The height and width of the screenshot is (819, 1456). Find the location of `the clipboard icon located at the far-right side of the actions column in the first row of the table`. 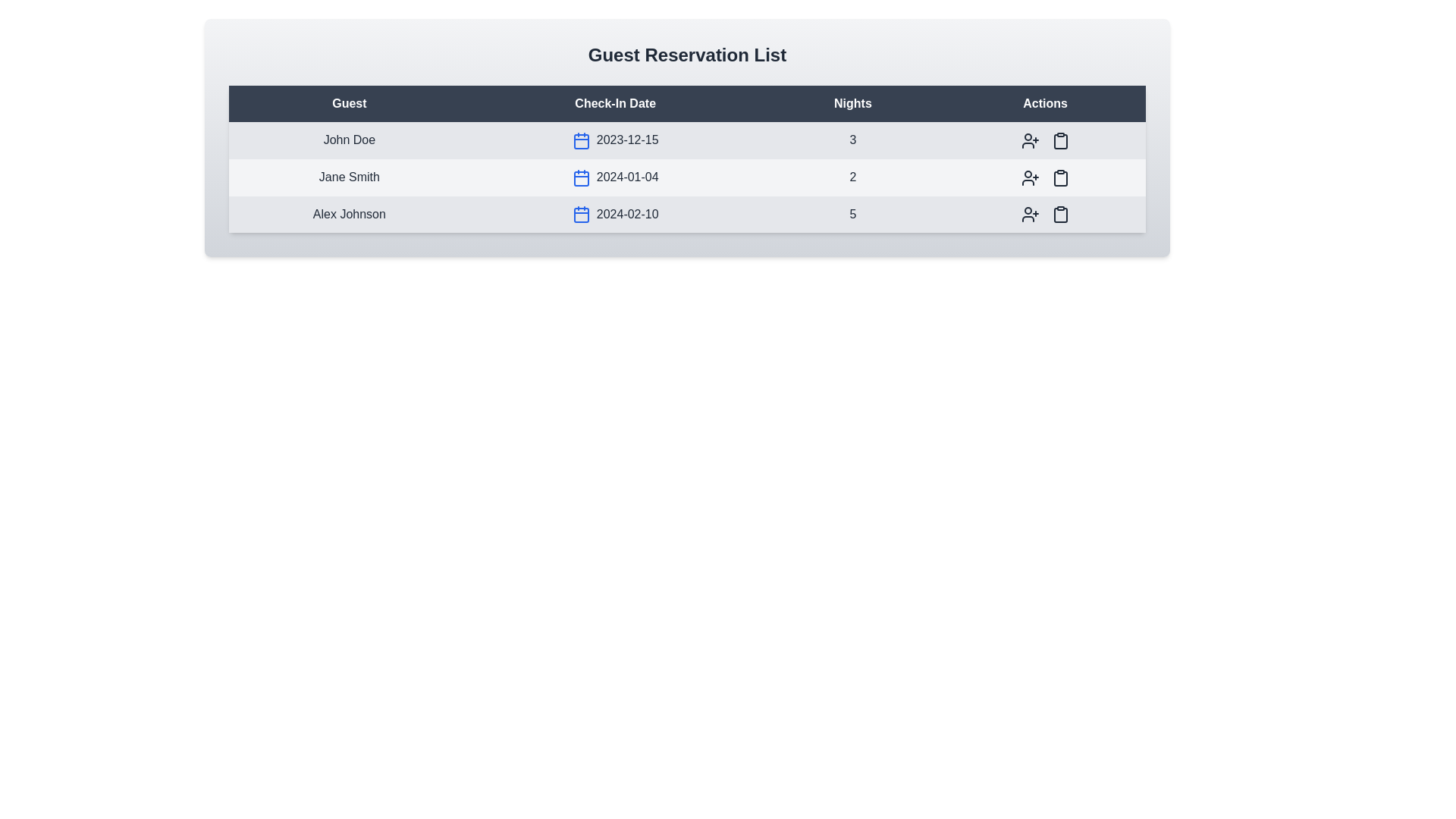

the clipboard icon located at the far-right side of the actions column in the first row of the table is located at coordinates (1059, 141).